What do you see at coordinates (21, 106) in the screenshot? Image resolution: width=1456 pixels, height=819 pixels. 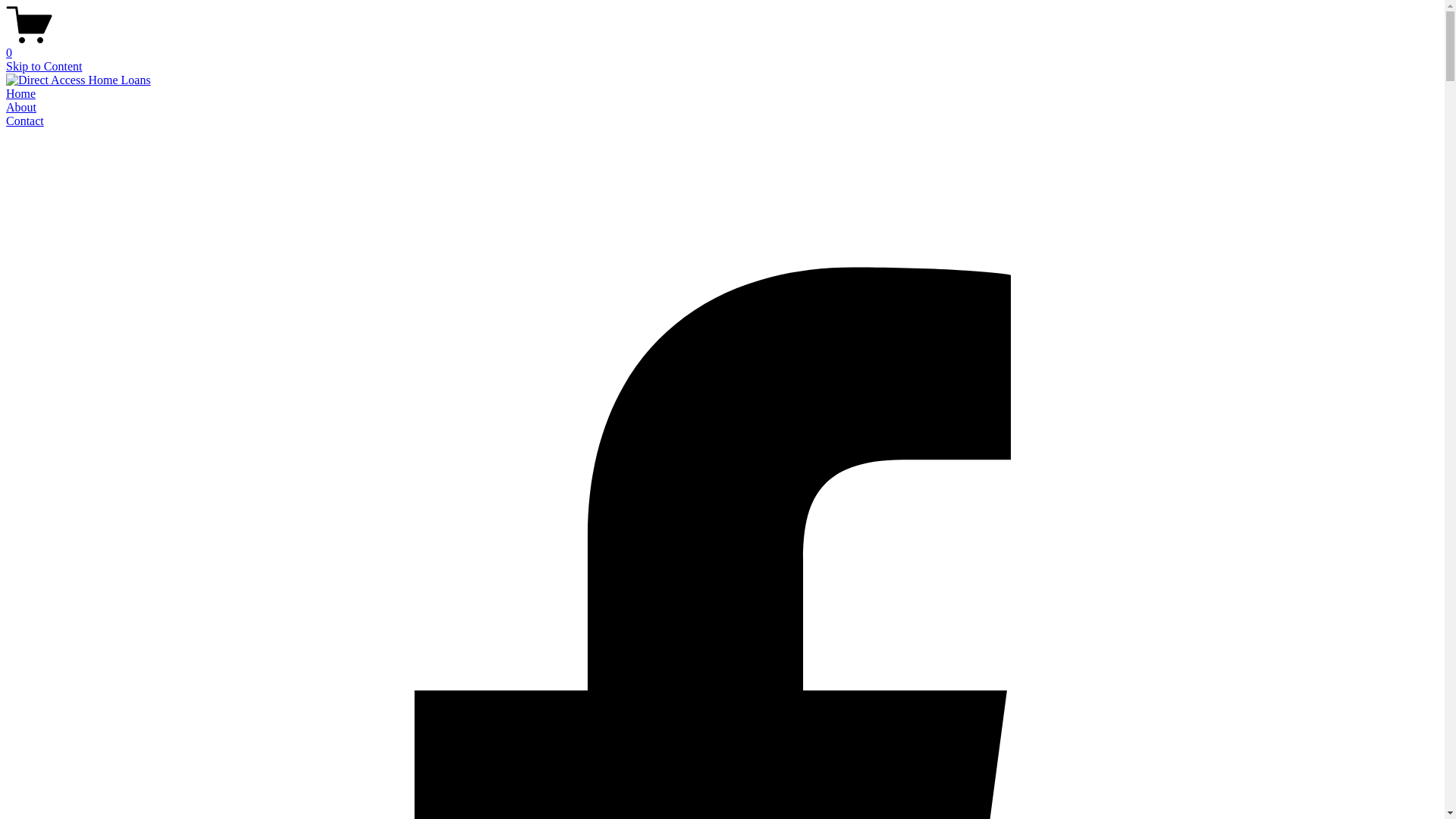 I see `'About'` at bounding box center [21, 106].